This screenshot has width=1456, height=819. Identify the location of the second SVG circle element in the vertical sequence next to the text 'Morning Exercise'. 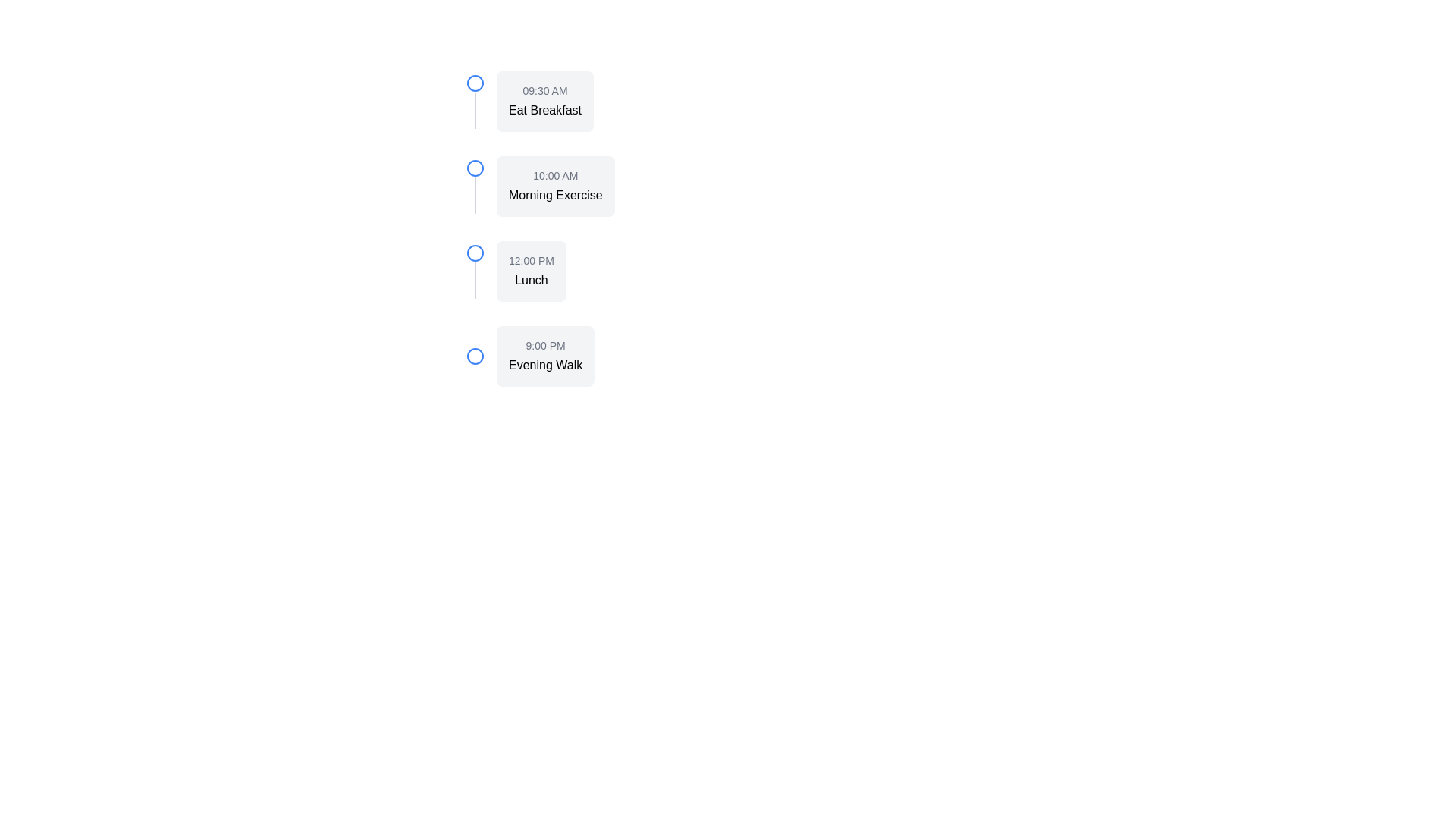
(475, 168).